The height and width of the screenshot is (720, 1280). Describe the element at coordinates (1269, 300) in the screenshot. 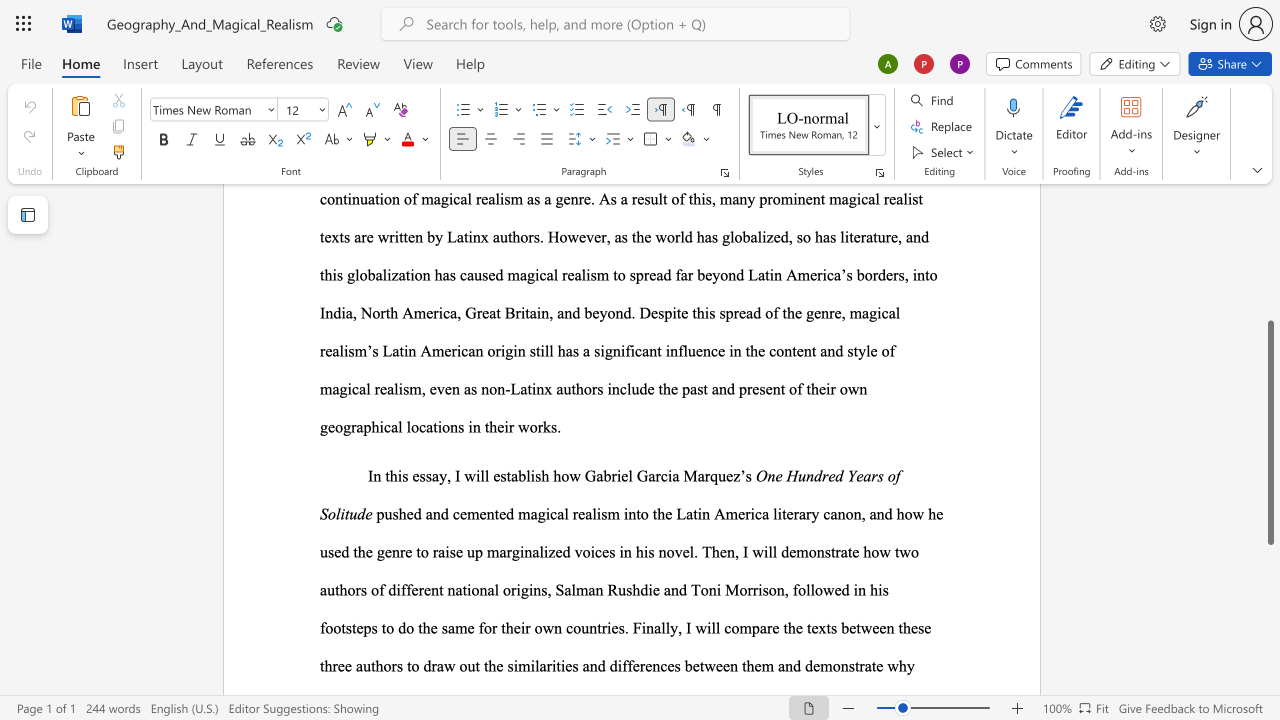

I see `the scrollbar to scroll the page up` at that location.